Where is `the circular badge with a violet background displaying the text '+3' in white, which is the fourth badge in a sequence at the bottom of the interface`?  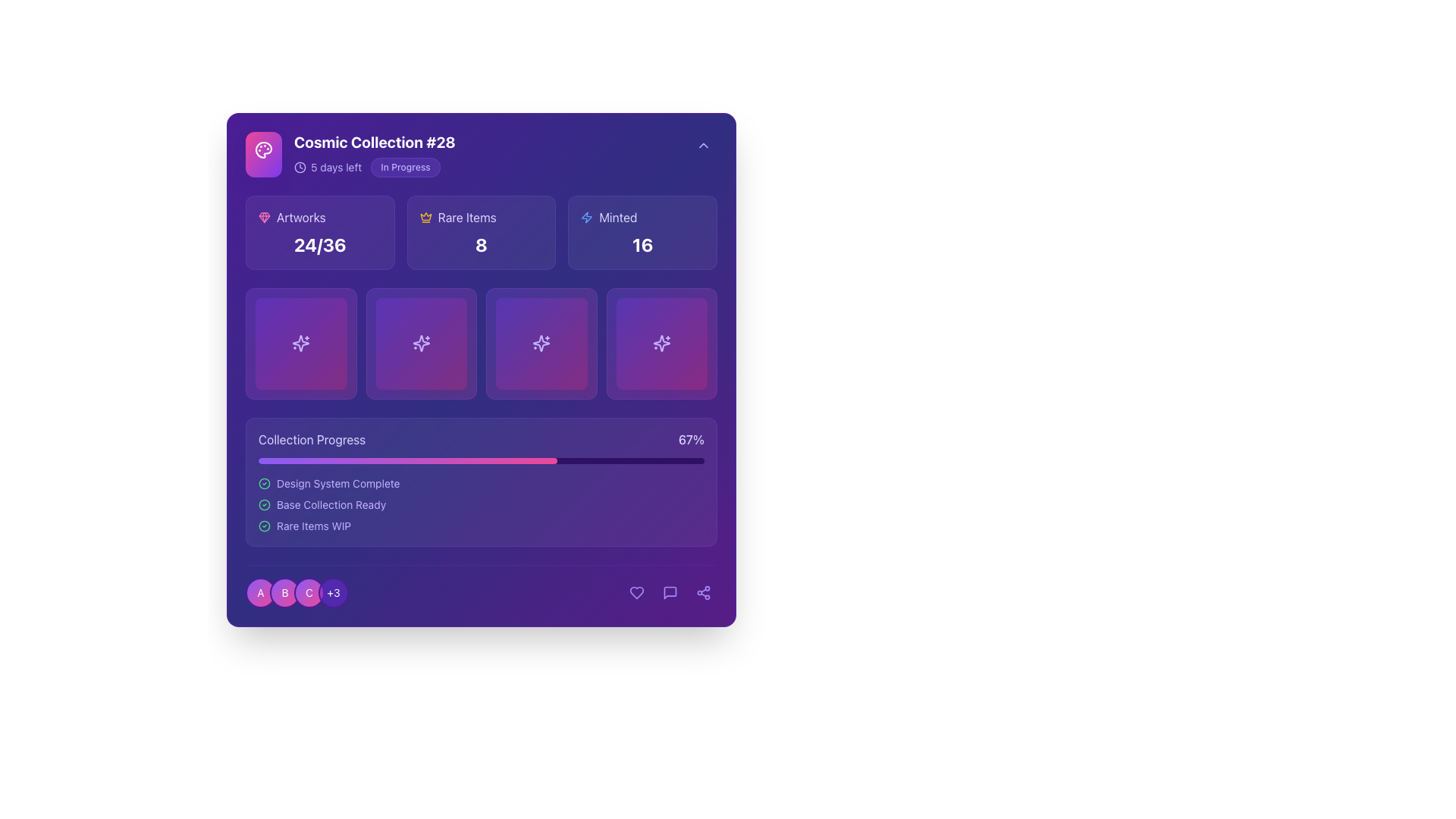 the circular badge with a violet background displaying the text '+3' in white, which is the fourth badge in a sequence at the bottom of the interface is located at coordinates (333, 591).